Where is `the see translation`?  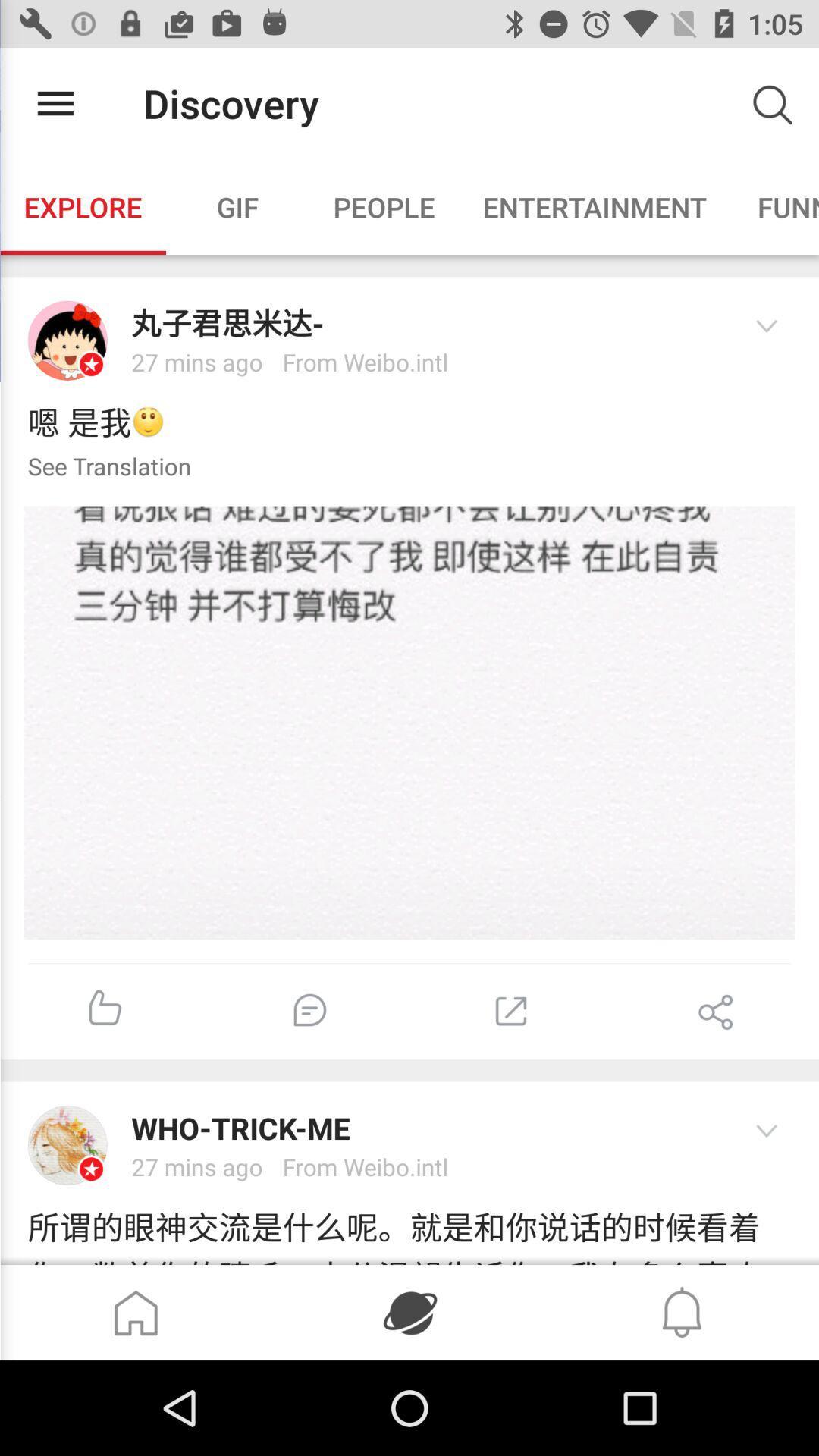 the see translation is located at coordinates (96, 467).